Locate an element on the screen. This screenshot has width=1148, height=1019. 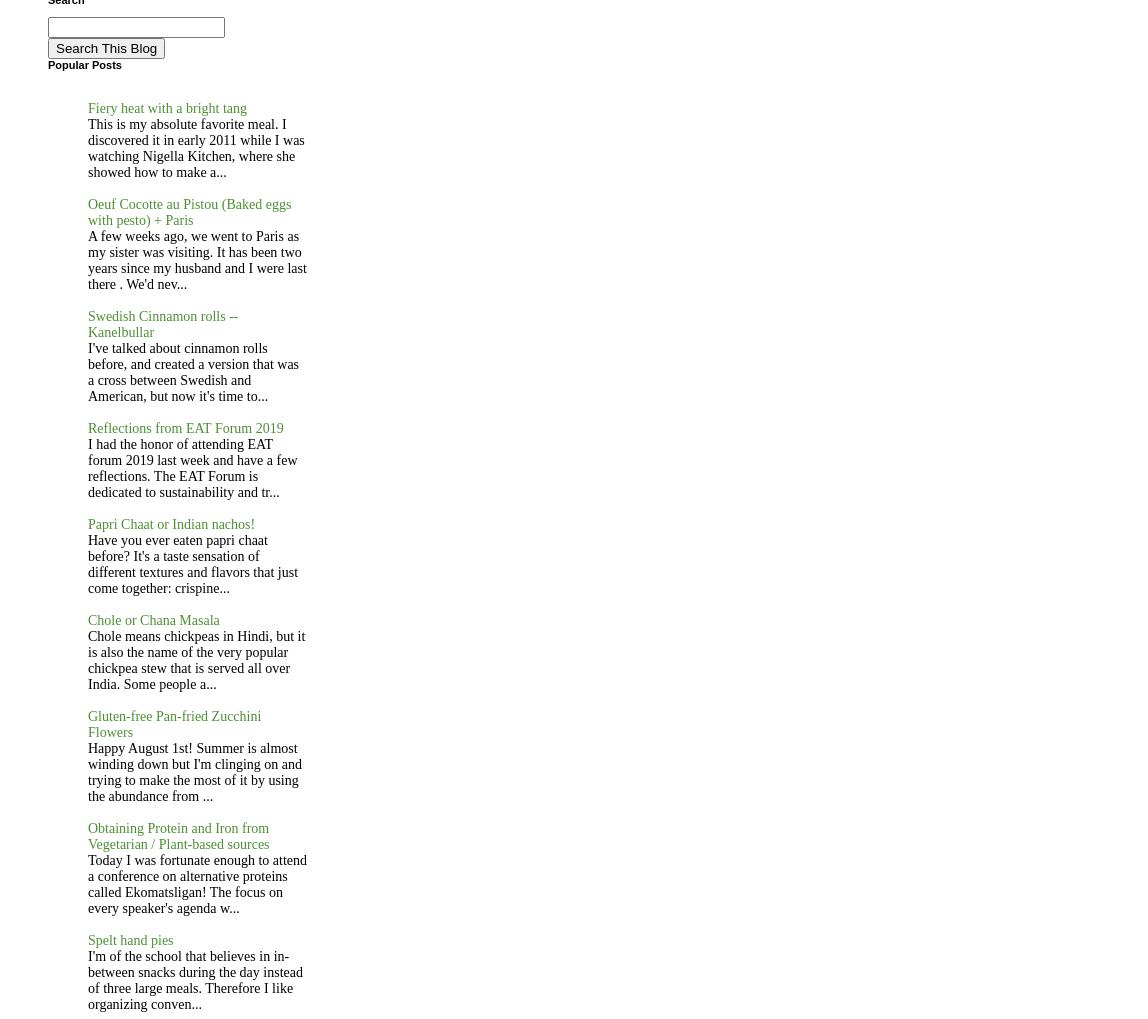
'Papri Chaat or Indian nachos!' is located at coordinates (88, 523).